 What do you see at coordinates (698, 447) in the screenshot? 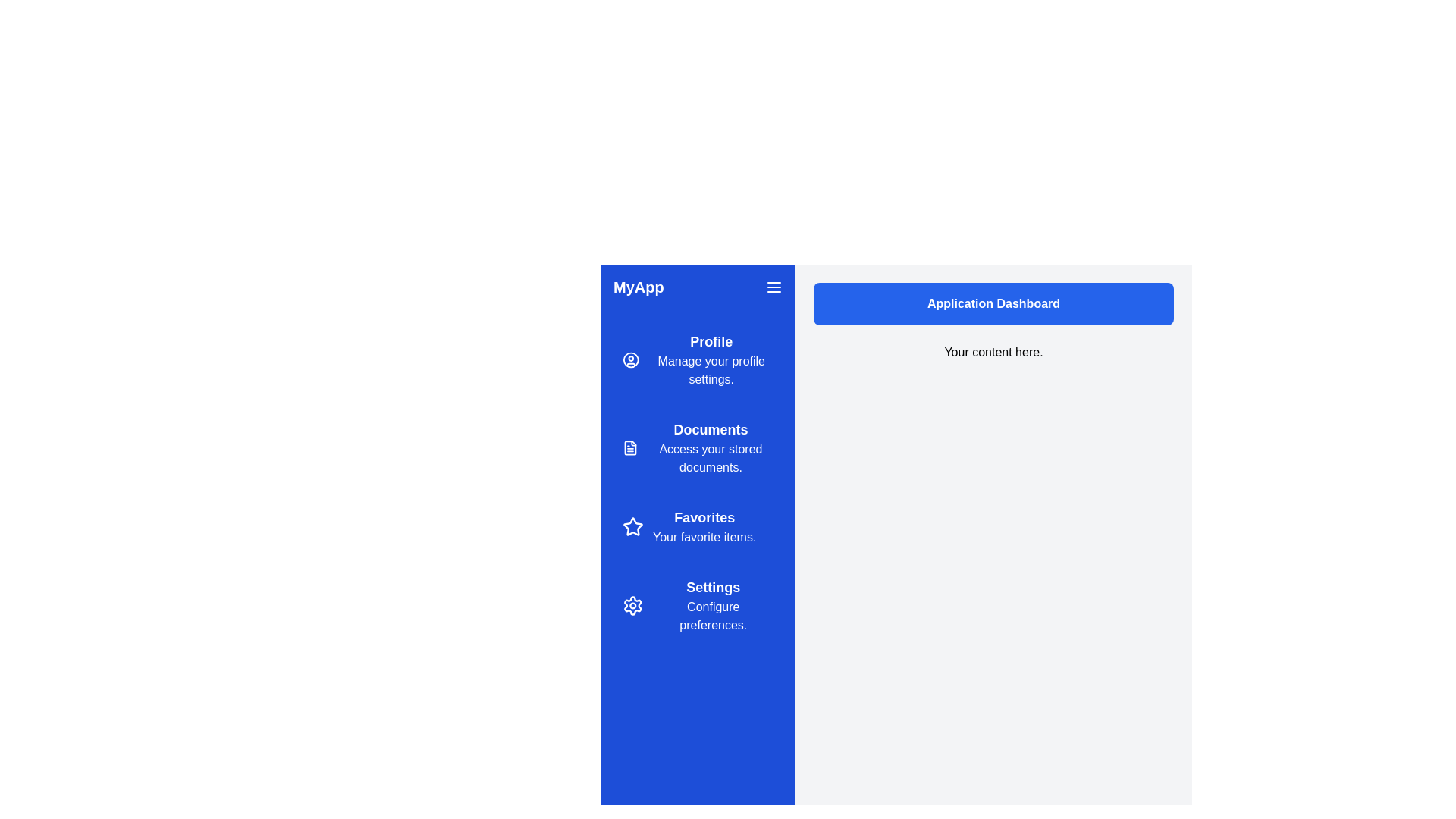
I see `the navigation item labeled Documents to preview its description` at bounding box center [698, 447].